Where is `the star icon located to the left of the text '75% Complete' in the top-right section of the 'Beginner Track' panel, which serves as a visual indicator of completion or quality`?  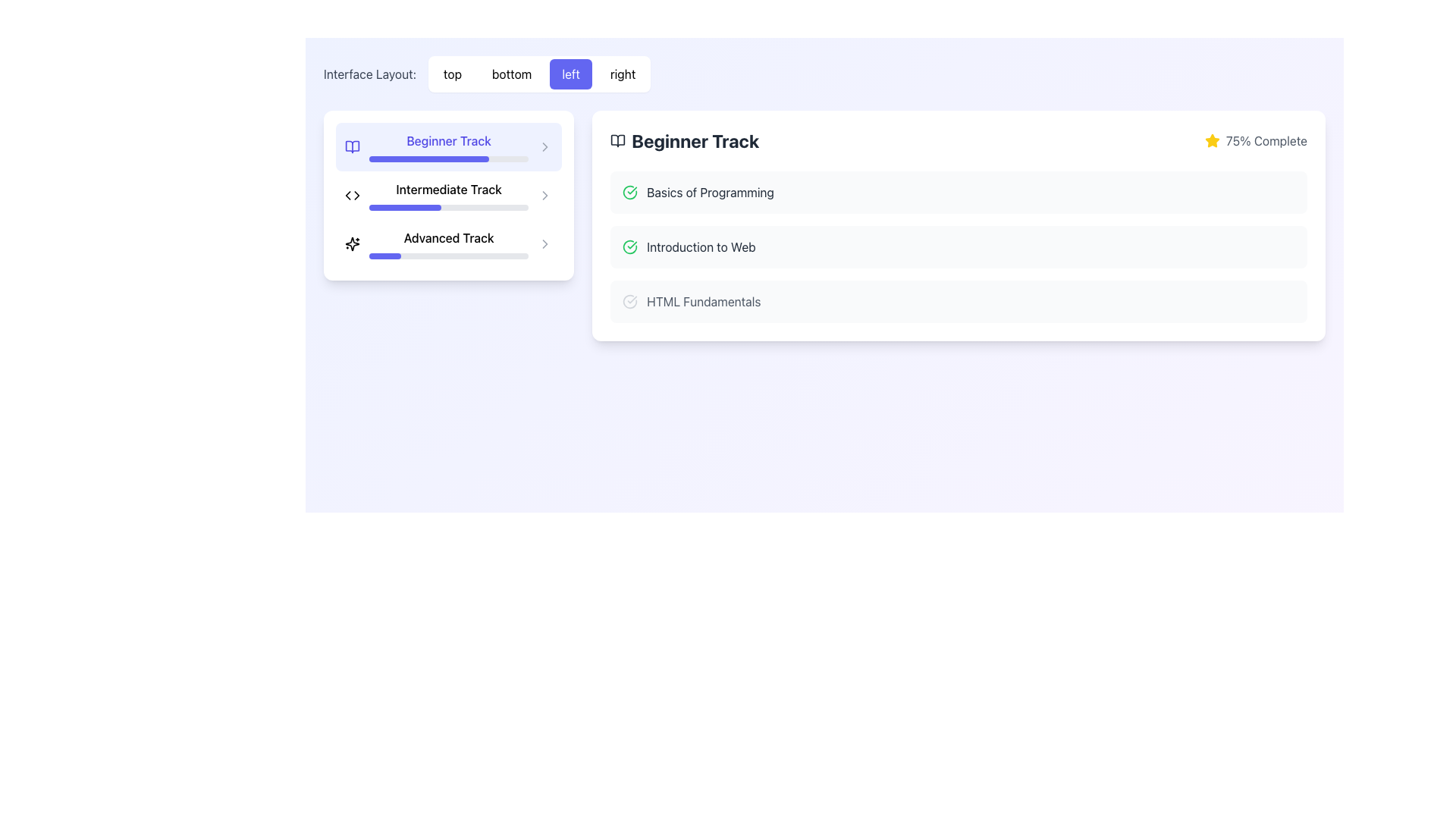
the star icon located to the left of the text '75% Complete' in the top-right section of the 'Beginner Track' panel, which serves as a visual indicator of completion or quality is located at coordinates (1211, 140).